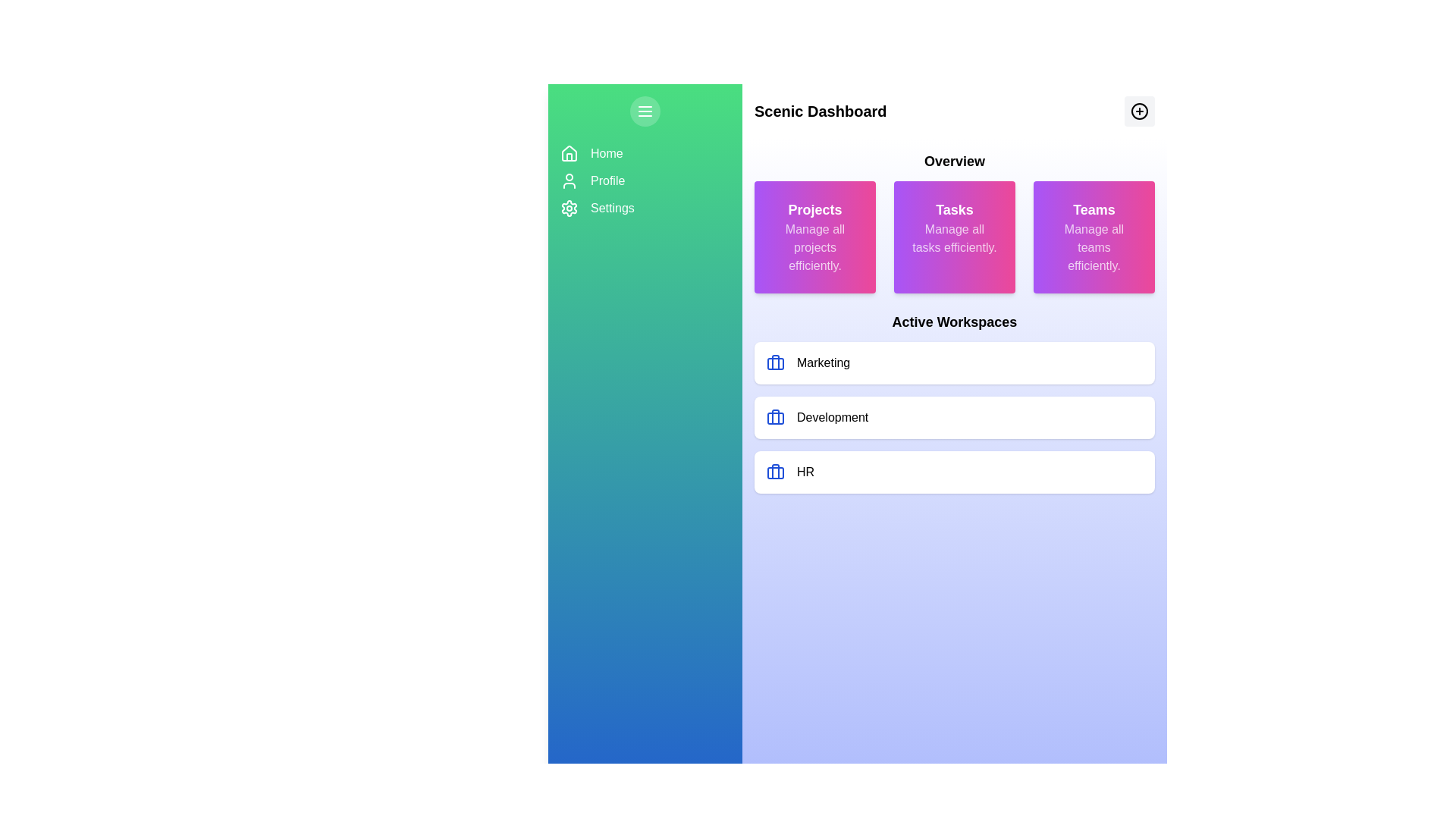 The image size is (1456, 819). What do you see at coordinates (775, 472) in the screenshot?
I see `the business icon represented by a blue rectangle with rounded corners, located in the third card under the Active Workspaces section, aligned horizontally with the 'HR' label` at bounding box center [775, 472].